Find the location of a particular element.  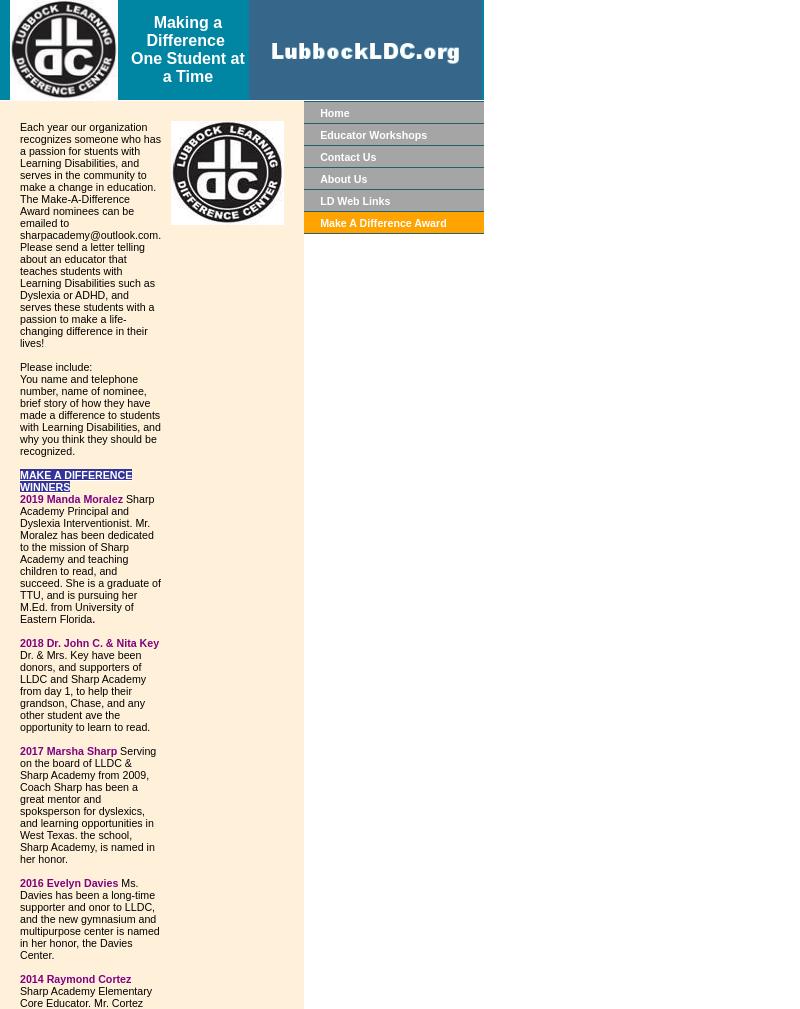

'Educator Workshops' is located at coordinates (372, 132).